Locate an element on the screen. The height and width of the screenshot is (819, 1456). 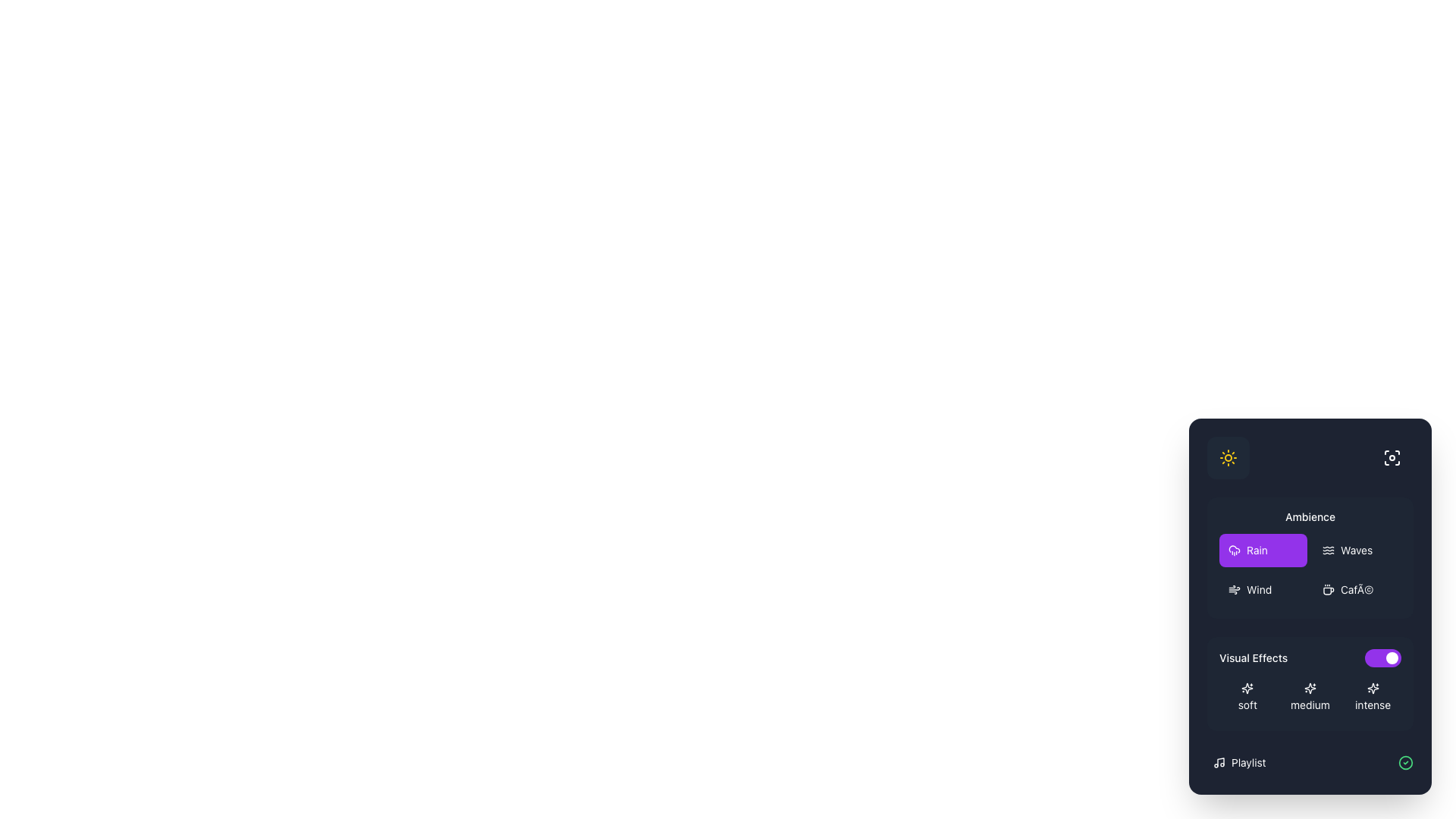
the 'Playlist' icon located at the bottom-left corner of the rectangular button is located at coordinates (1219, 763).